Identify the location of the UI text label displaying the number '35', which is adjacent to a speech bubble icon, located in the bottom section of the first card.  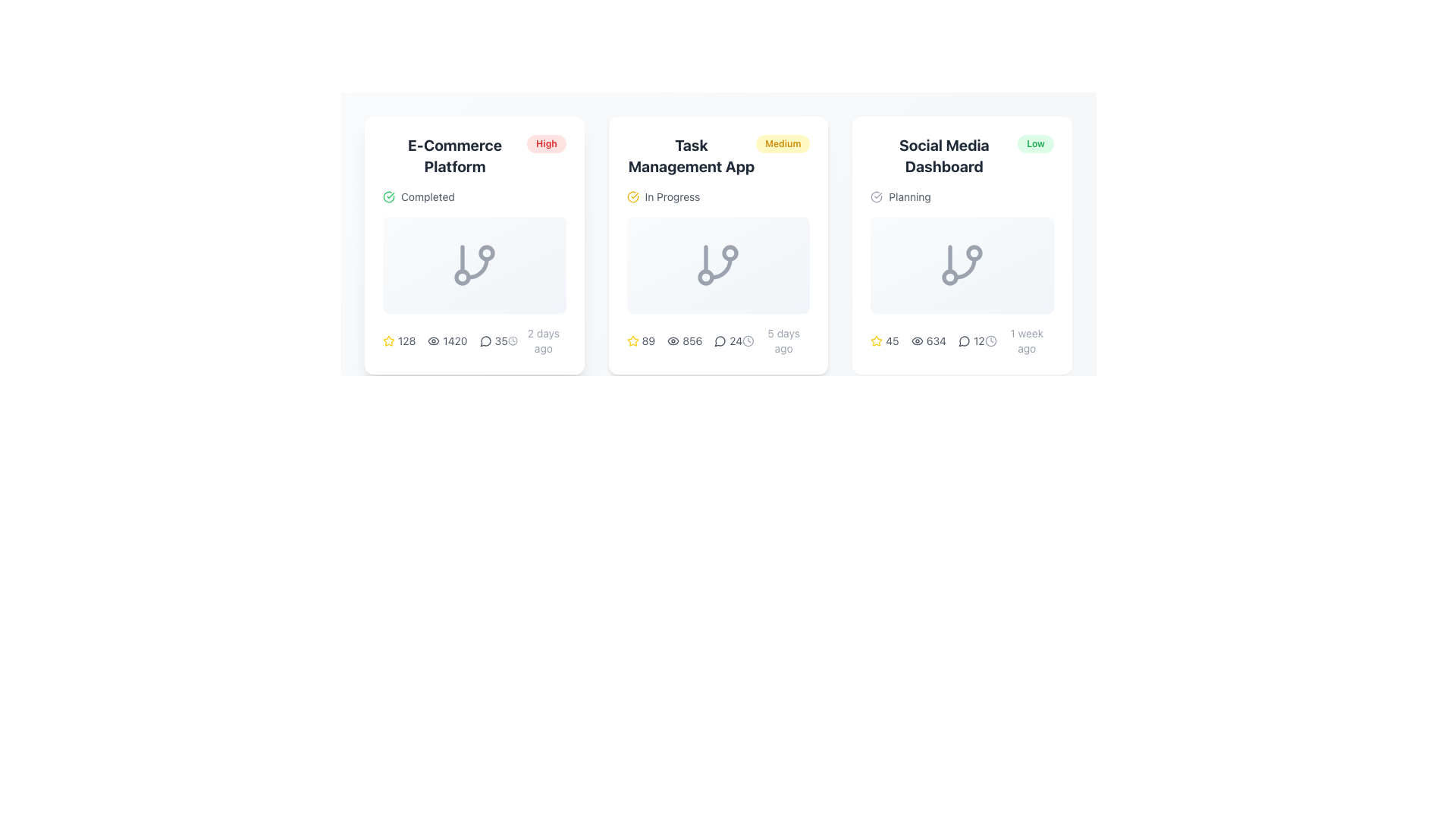
(494, 341).